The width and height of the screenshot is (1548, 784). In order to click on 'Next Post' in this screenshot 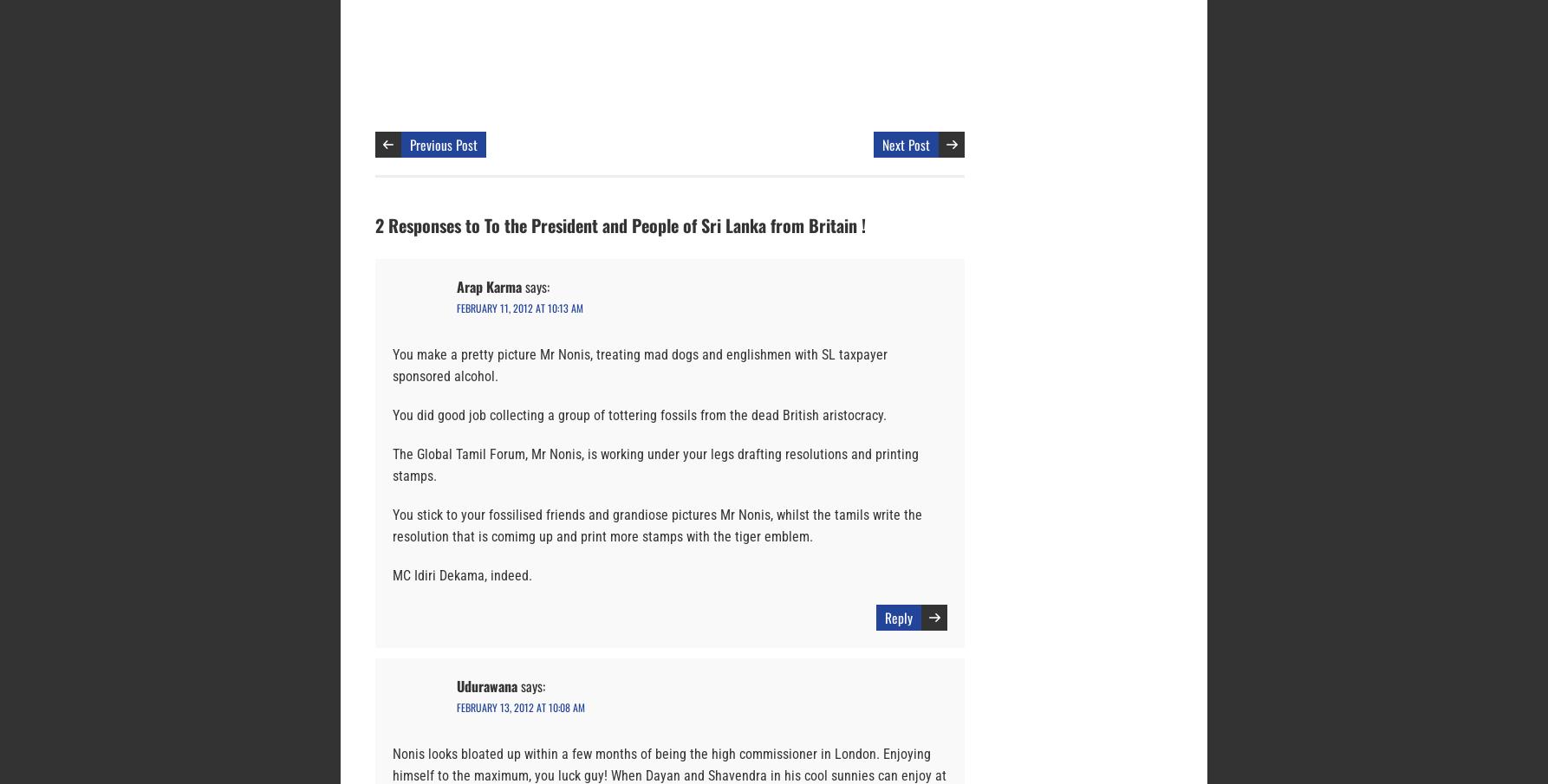, I will do `click(882, 144)`.